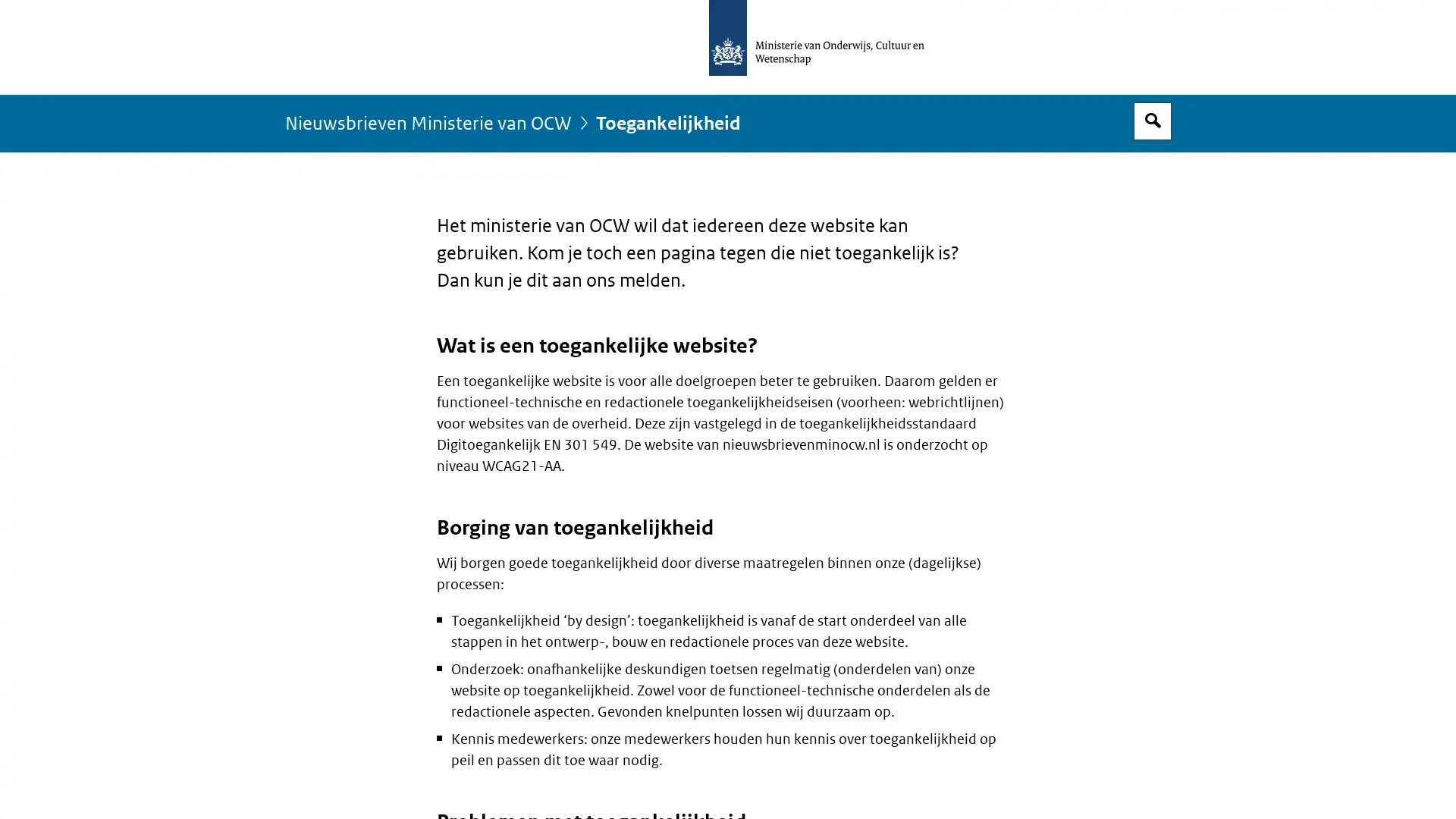 Image resolution: width=1456 pixels, height=819 pixels. What do you see at coordinates (1153, 120) in the screenshot?
I see `Open zoekveld` at bounding box center [1153, 120].